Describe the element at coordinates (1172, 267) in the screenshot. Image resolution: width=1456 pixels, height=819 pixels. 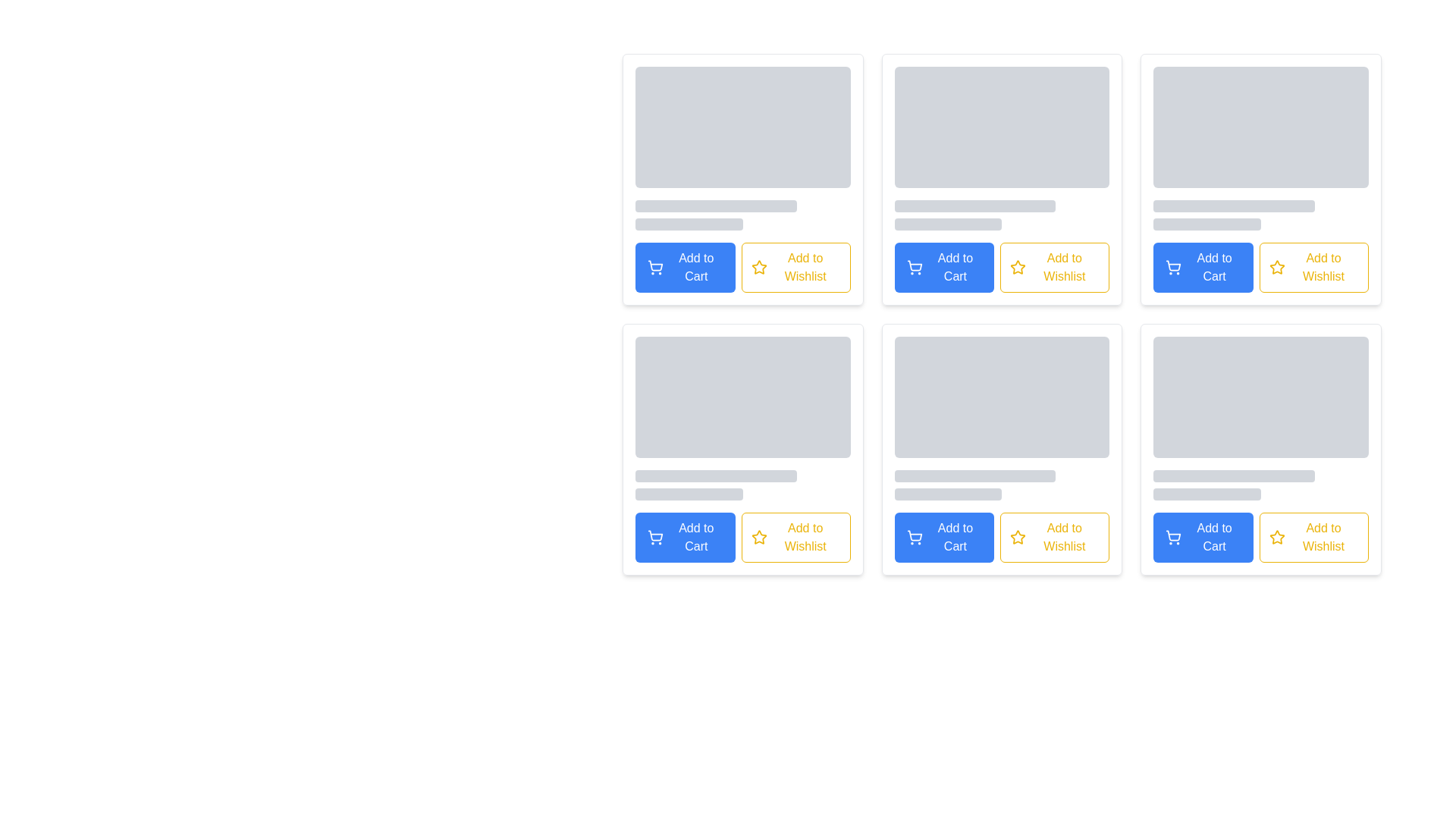
I see `the 'Add to Cart' icon located on the left side of the button in the second product card of the first row to initiate the add to cart action` at that location.